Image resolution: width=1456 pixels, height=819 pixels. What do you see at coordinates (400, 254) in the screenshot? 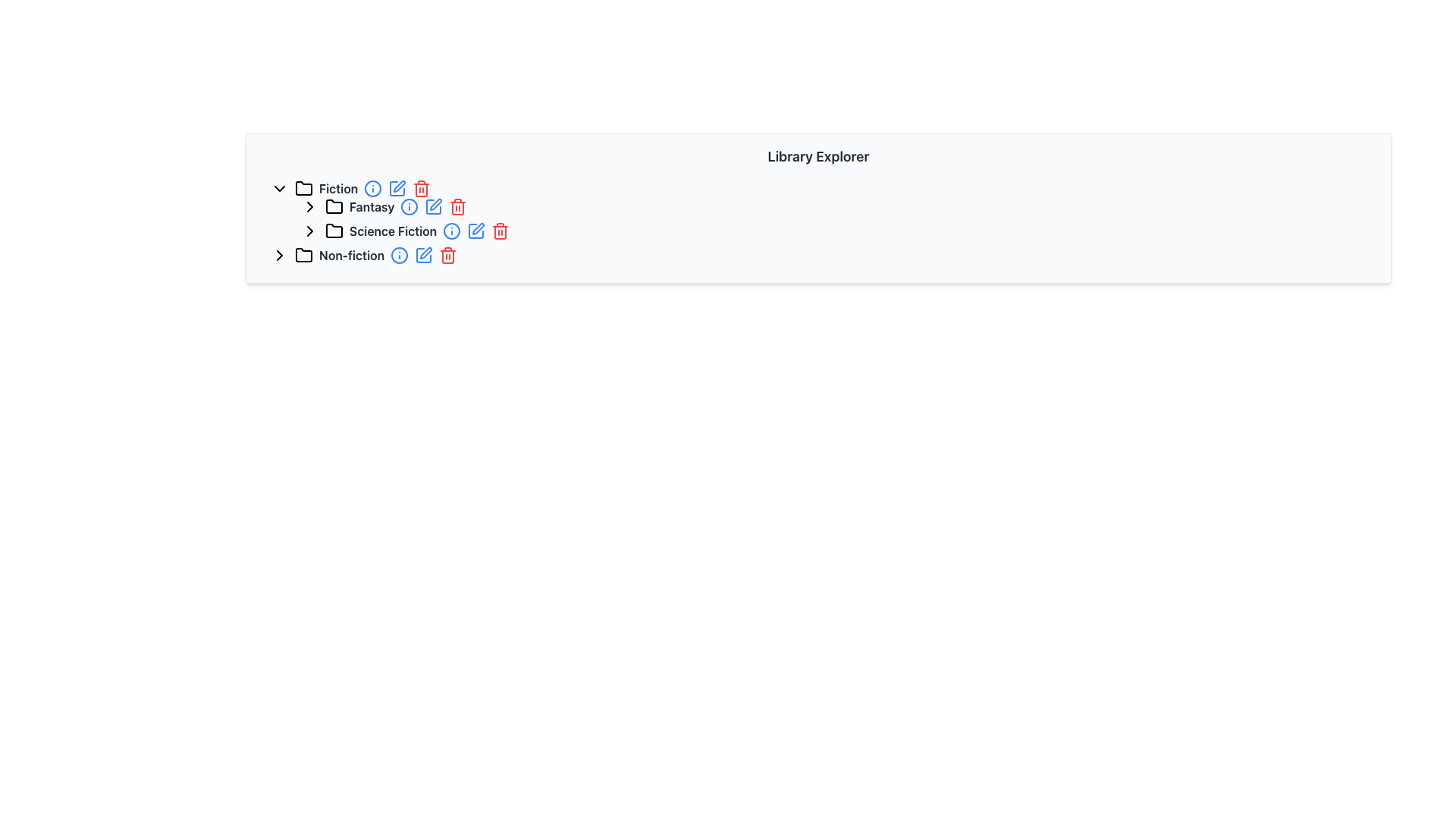
I see `the information button next to the 'Non-fiction' text label` at bounding box center [400, 254].